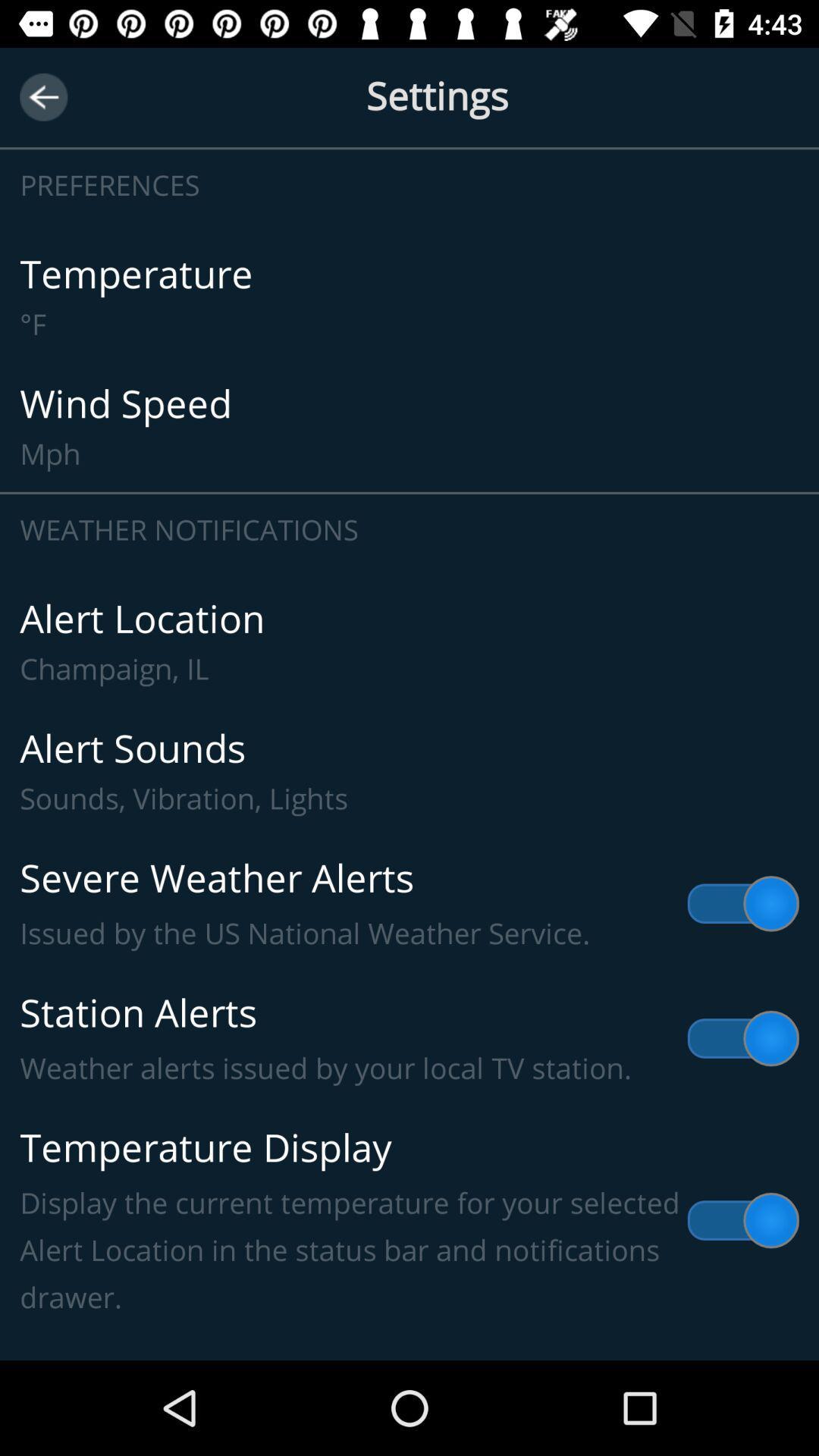  Describe the element at coordinates (42, 96) in the screenshot. I see `the arrow_backward icon` at that location.